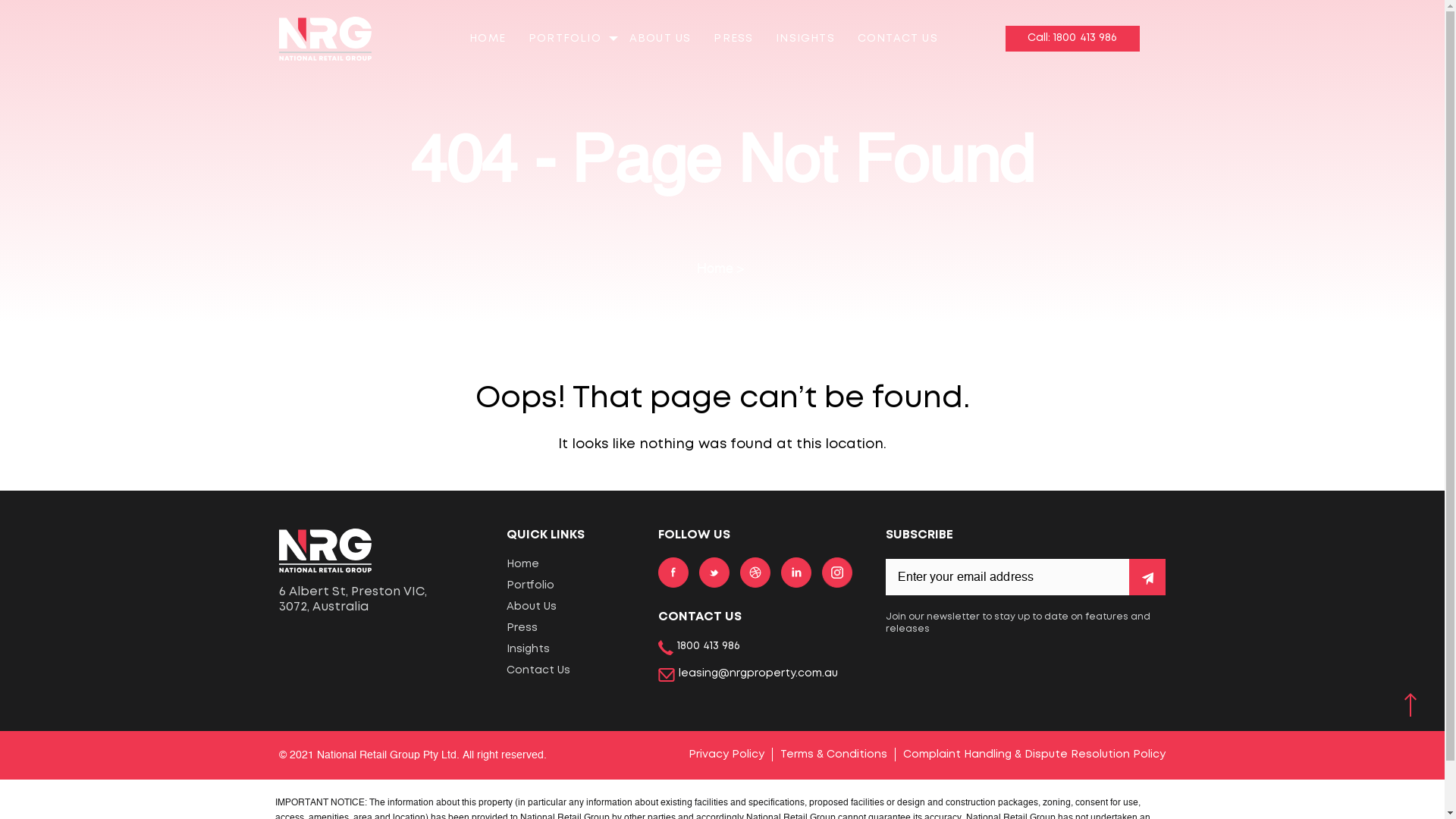 Image resolution: width=1456 pixels, height=819 pixels. What do you see at coordinates (733, 37) in the screenshot?
I see `'PRESS'` at bounding box center [733, 37].